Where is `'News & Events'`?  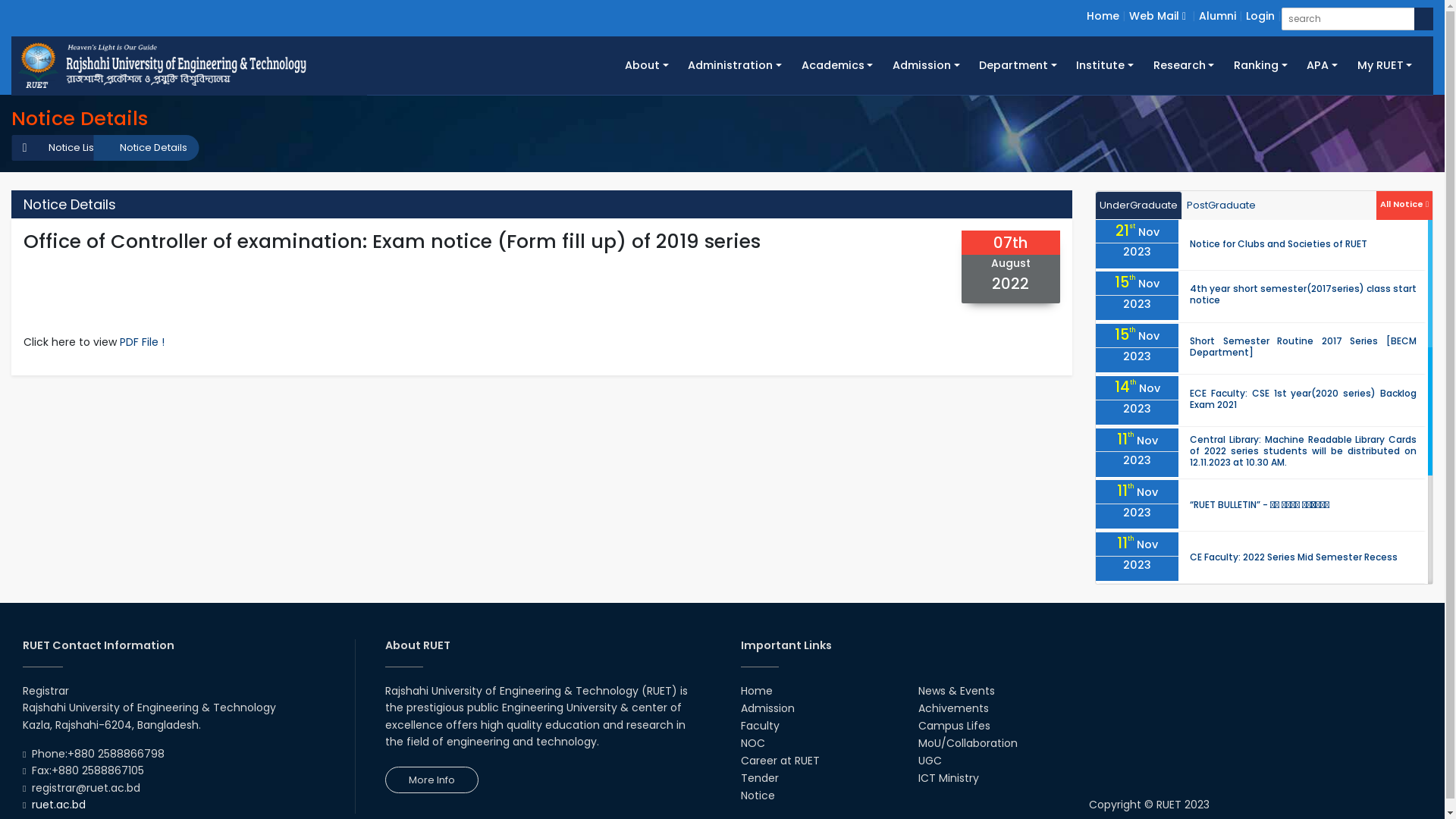 'News & Events' is located at coordinates (955, 690).